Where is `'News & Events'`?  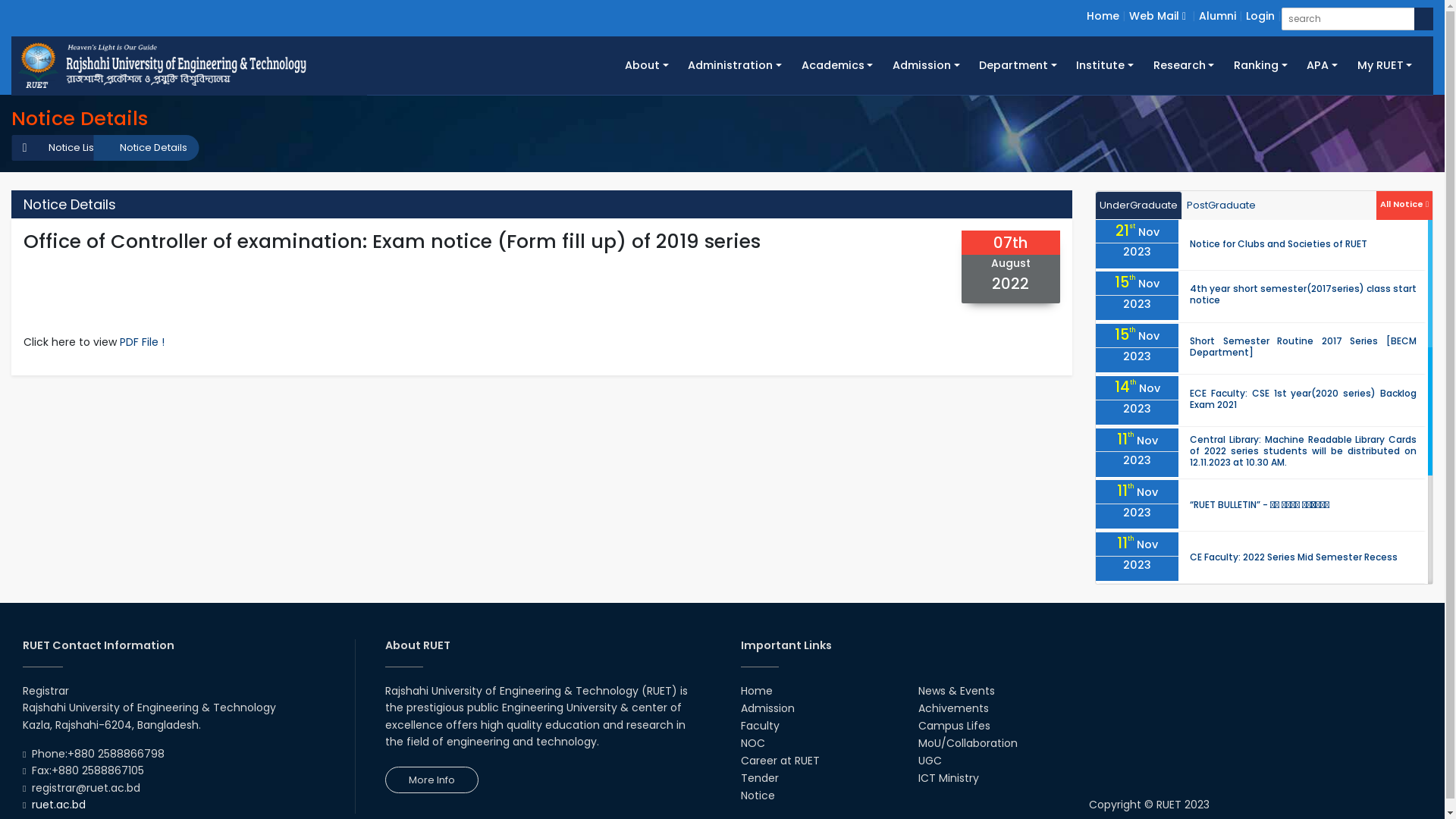 'News & Events' is located at coordinates (955, 690).